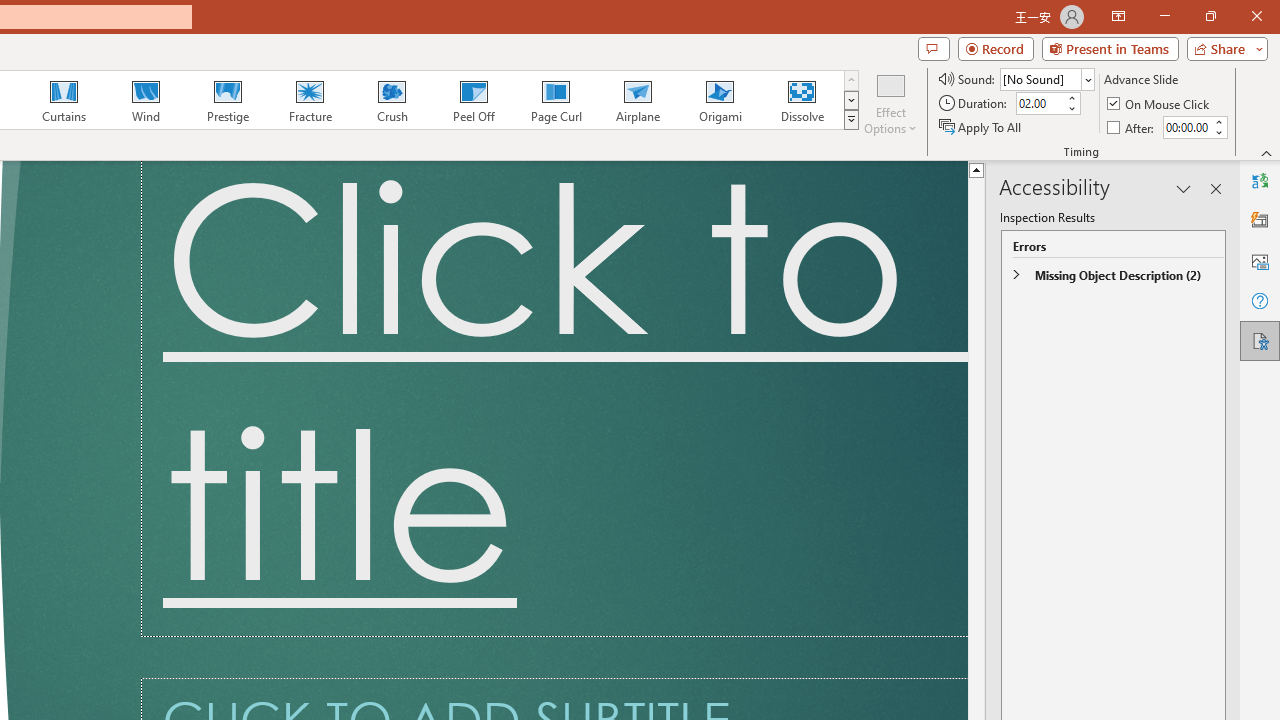 This screenshot has height=720, width=1280. Describe the element at coordinates (64, 100) in the screenshot. I see `'Curtains'` at that location.